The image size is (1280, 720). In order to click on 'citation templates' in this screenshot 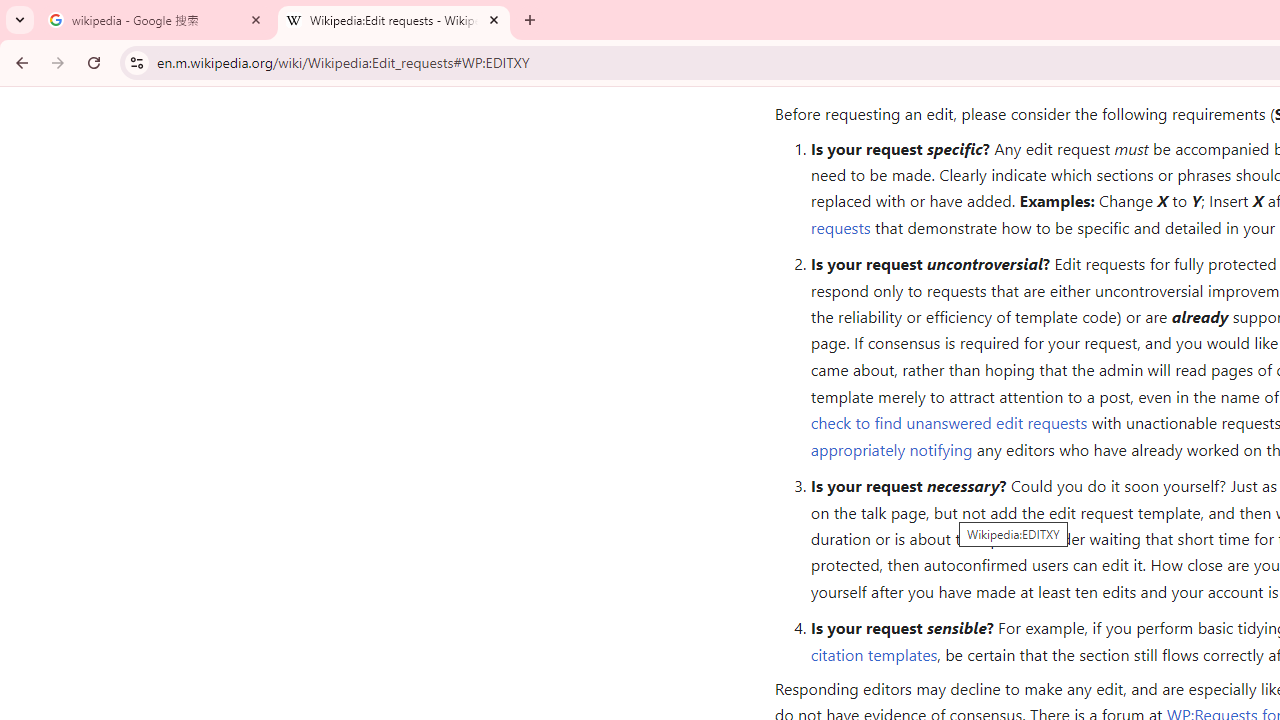, I will do `click(874, 654)`.